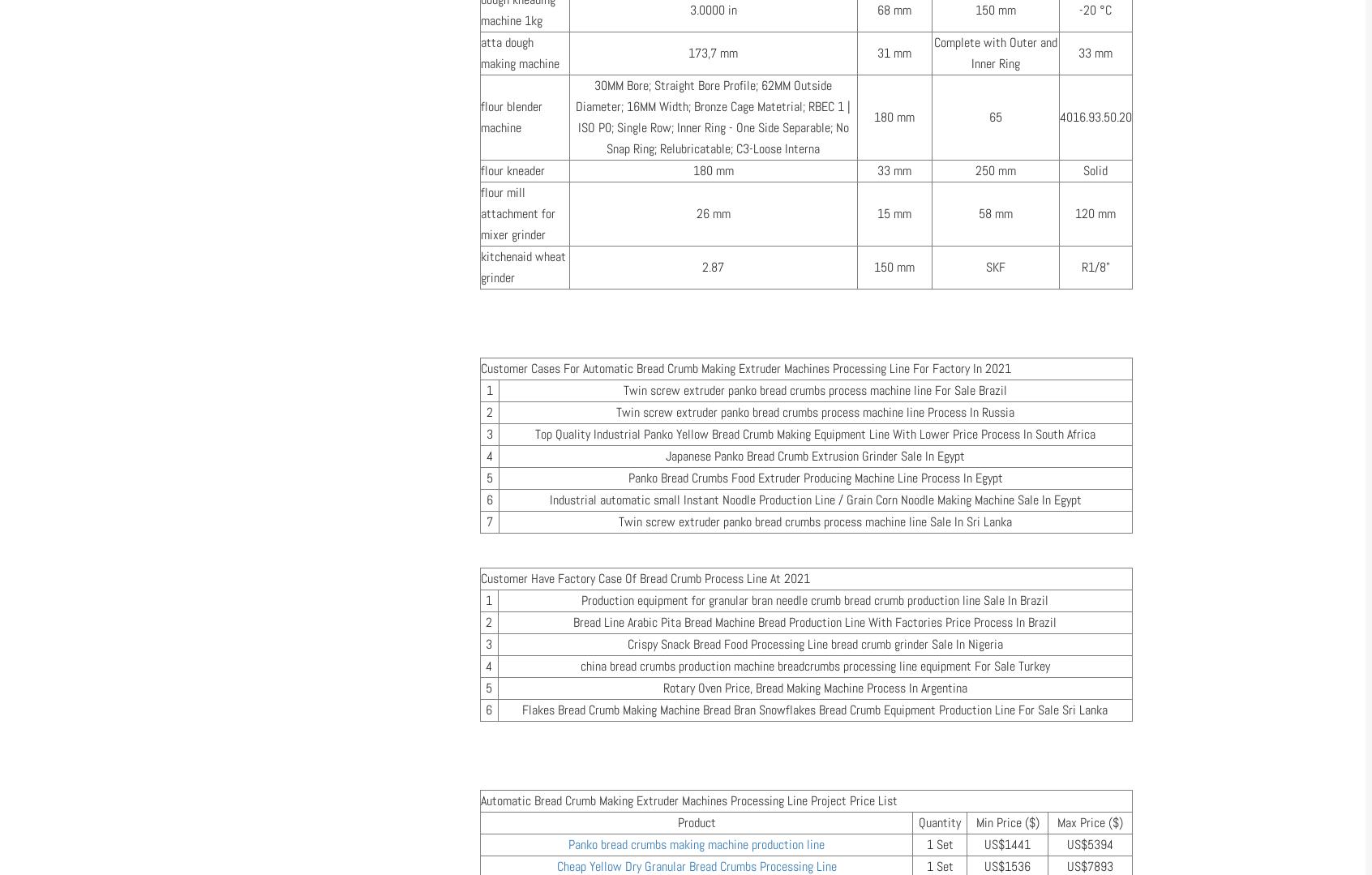 The image size is (1372, 875). What do you see at coordinates (1095, 10) in the screenshot?
I see `'-20 °C'` at bounding box center [1095, 10].